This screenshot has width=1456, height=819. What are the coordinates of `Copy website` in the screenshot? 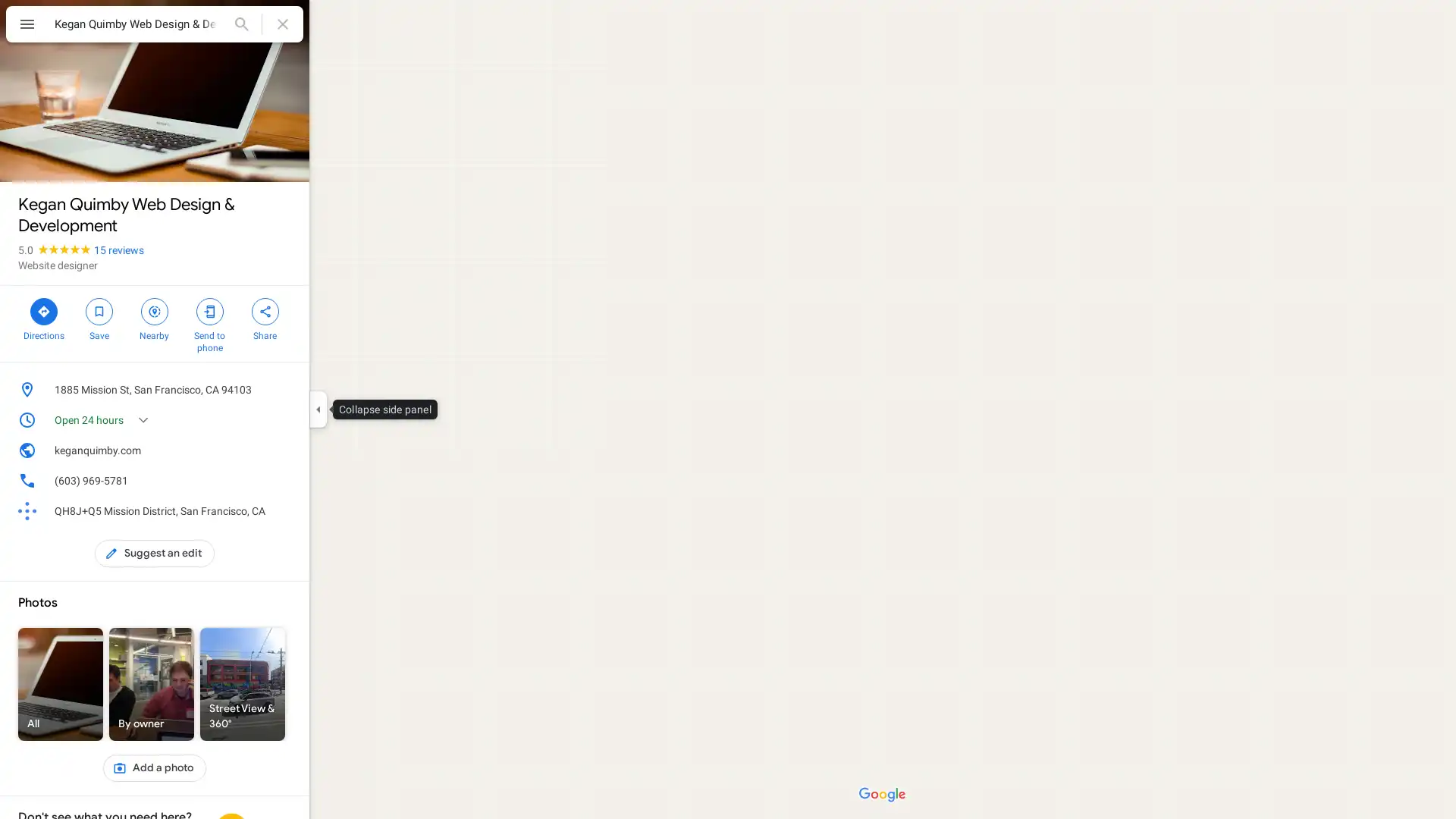 It's located at (284, 450).